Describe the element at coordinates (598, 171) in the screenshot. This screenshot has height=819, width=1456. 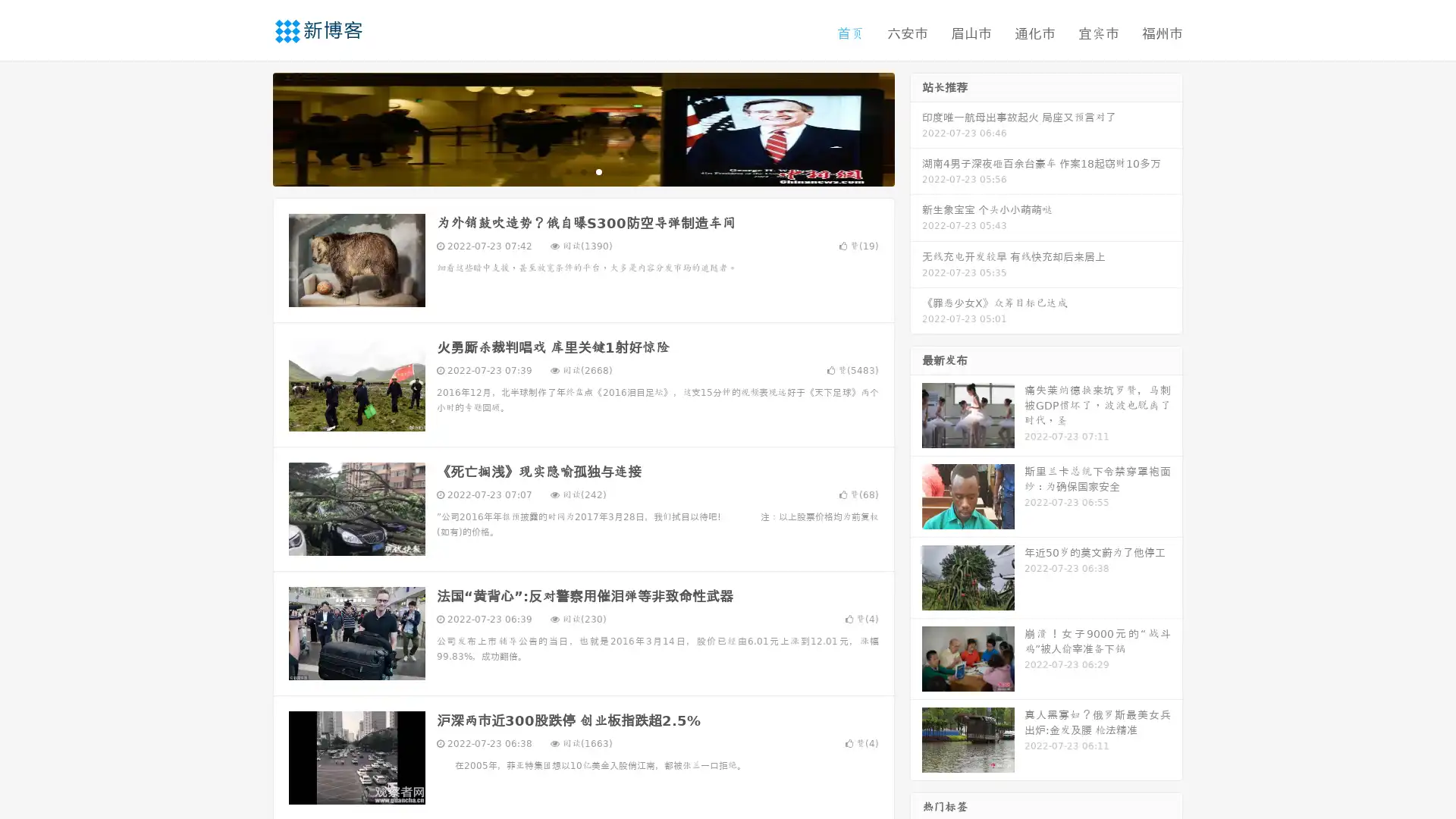
I see `Go to slide 3` at that location.